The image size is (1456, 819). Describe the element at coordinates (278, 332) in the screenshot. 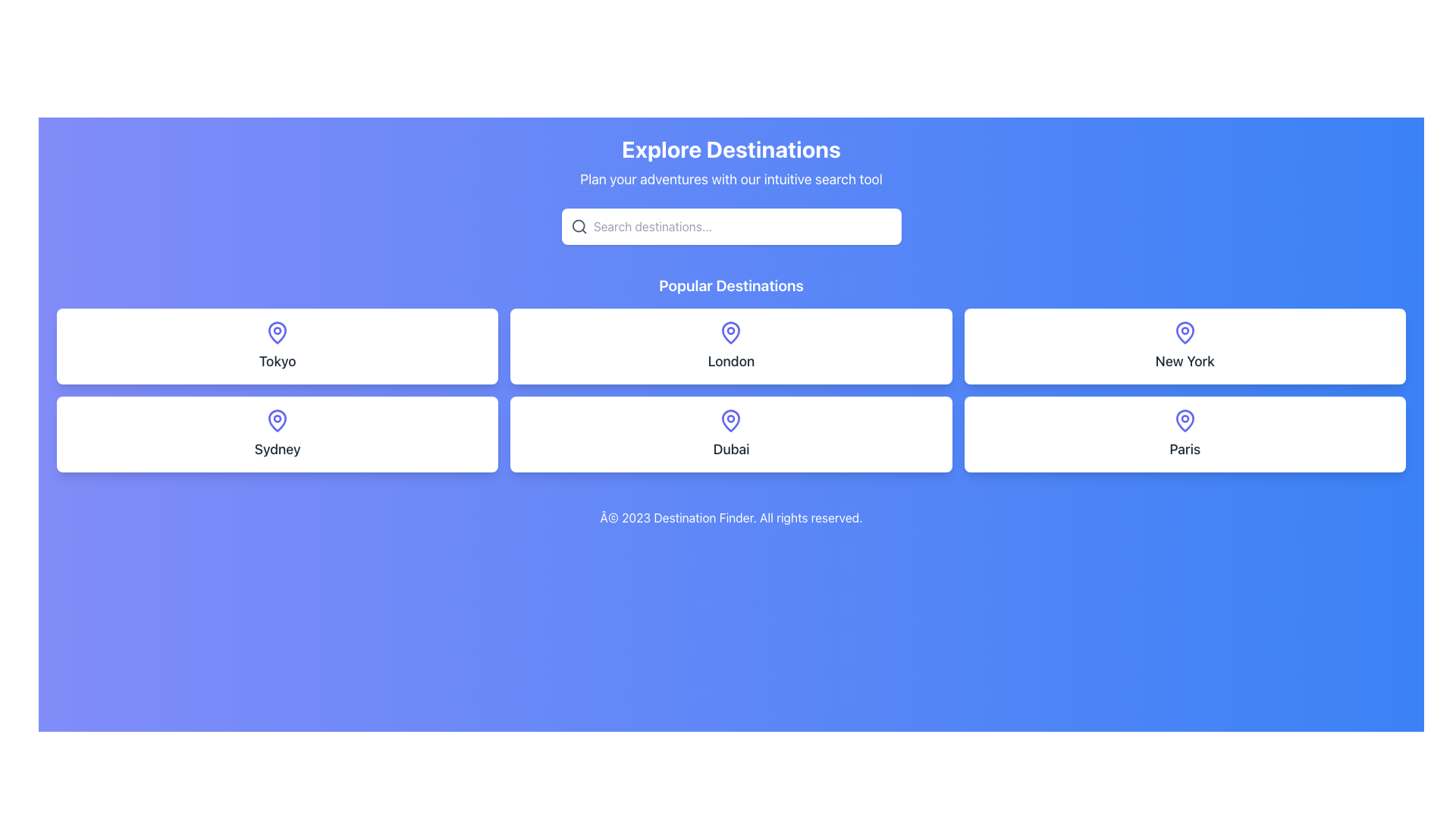

I see `location marker icon representing Tokyo, which is visually indicated as a pin icon centered above the label in the grid of popular destinations` at that location.